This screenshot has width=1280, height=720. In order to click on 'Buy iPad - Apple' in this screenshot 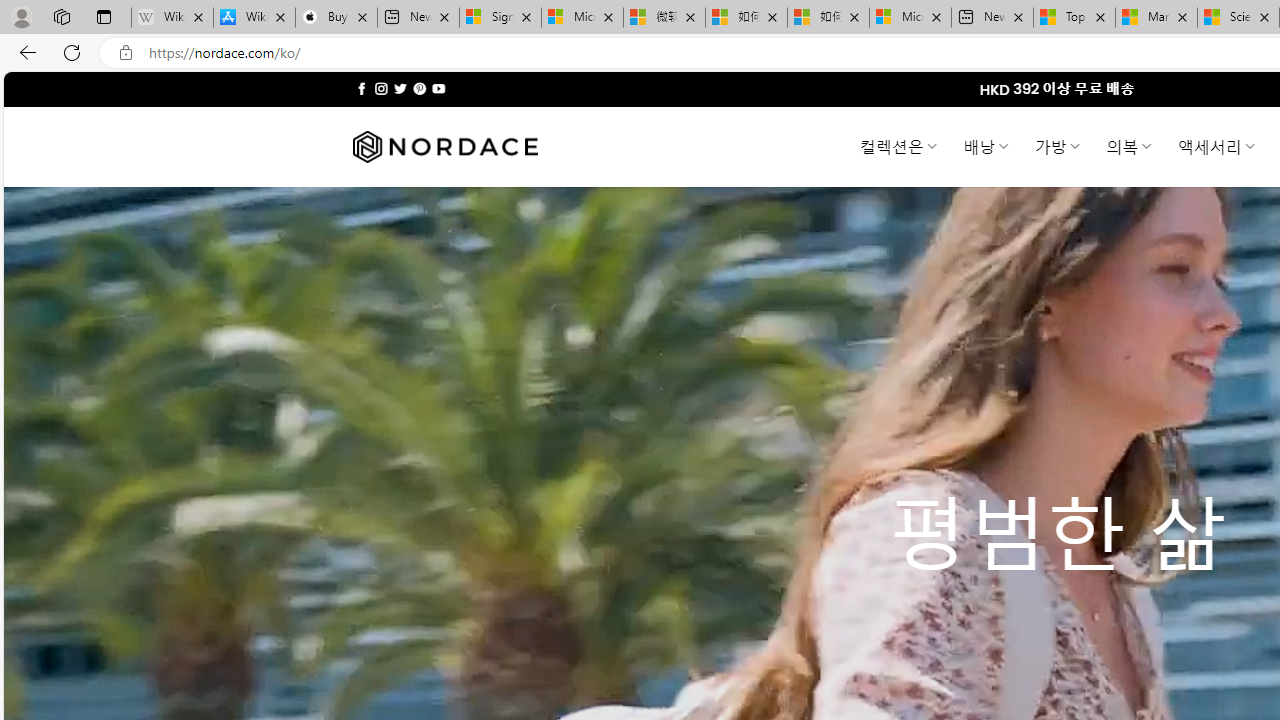, I will do `click(336, 17)`.